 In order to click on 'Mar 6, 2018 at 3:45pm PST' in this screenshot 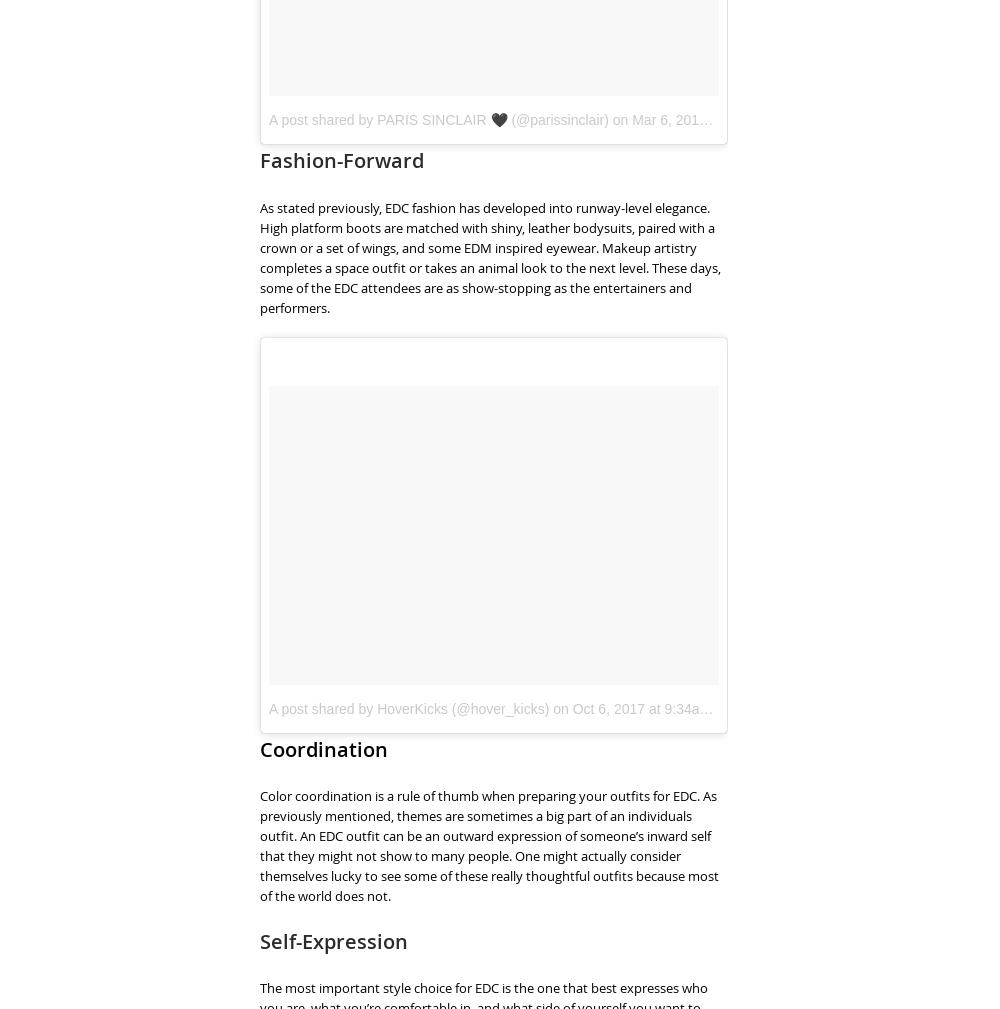, I will do `click(717, 118)`.